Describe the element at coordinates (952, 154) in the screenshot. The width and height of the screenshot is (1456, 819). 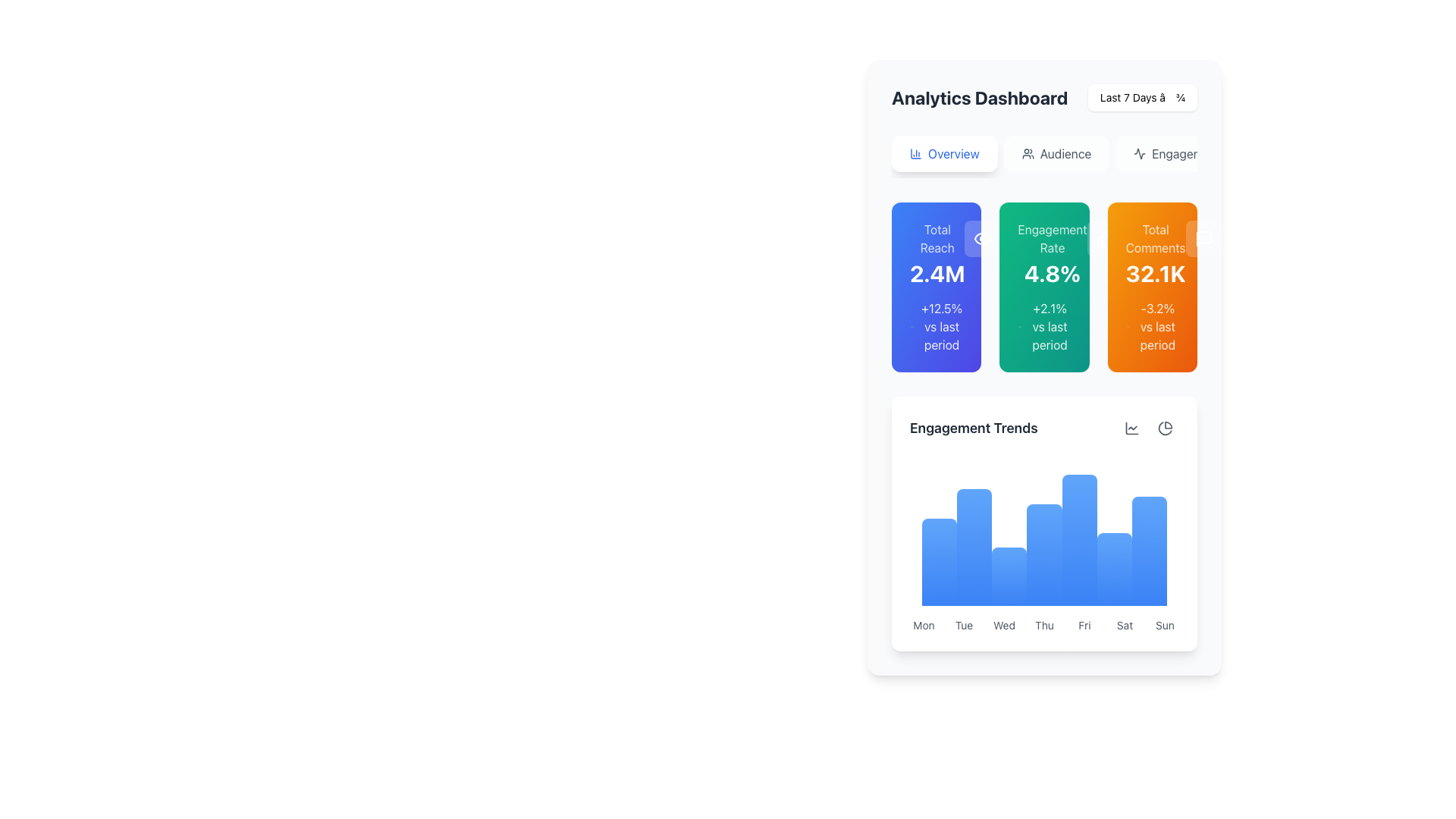
I see `the 'Overview' button, which is a text-based UI button with a blue font and a bar chart icon, located in the navigation area of the Analytics Dashboard` at that location.